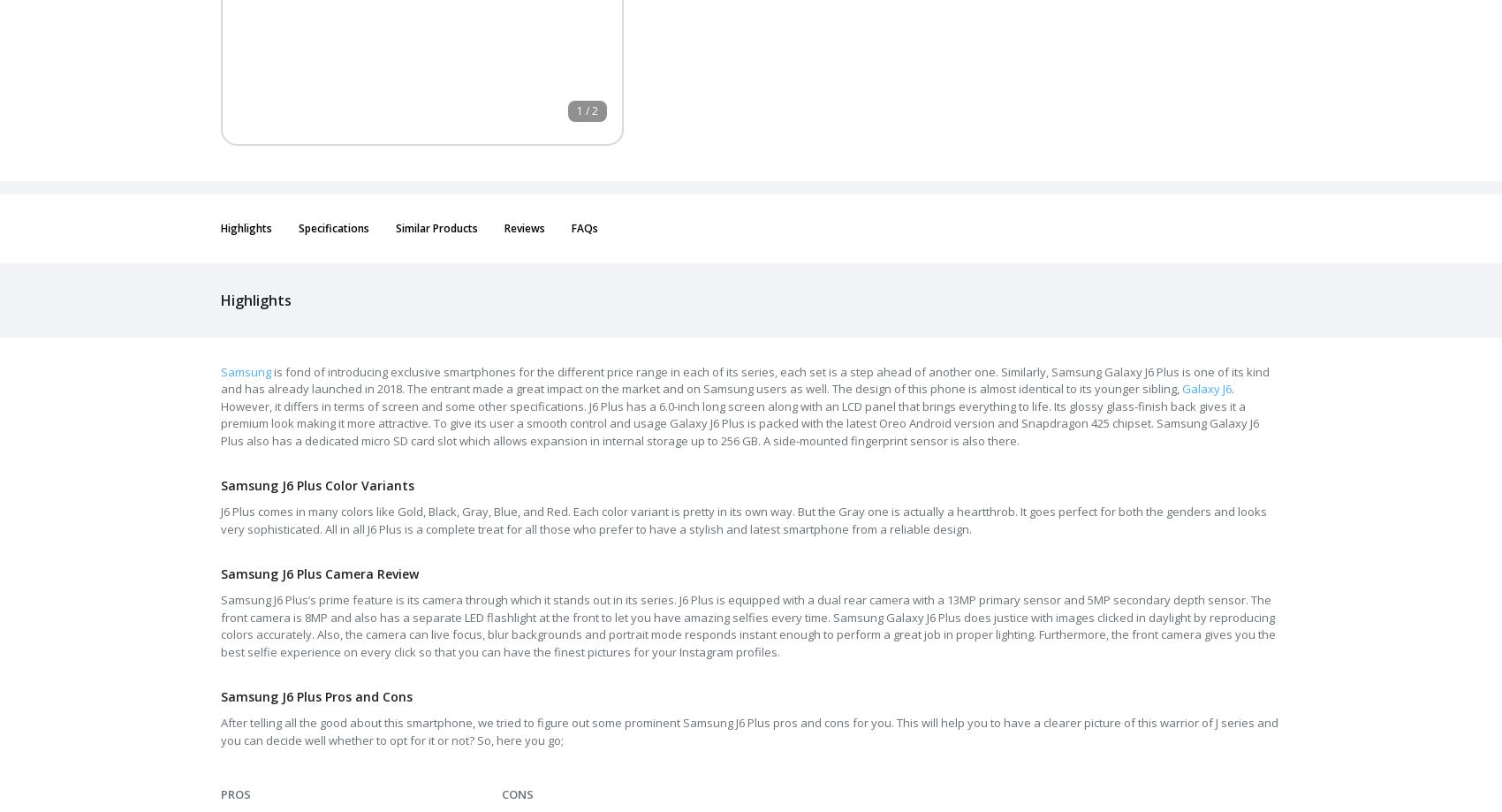  I want to click on 'Samsung J6 Plus’s prime feature is its camera through which it stands out in its series. J6 Plus is equipped with a dual rear camera with a 13MP primary sensor and 5MP secondary depth sensor. The front camera is 8MP and also has a separate LED flashlight at the front to let you have amazing selfies every time. Samsung Galaxy J6 Plus does justice with images clicked in daylight by reproducing colors accurately. Also, the camera can live focus, blur backgrounds and portrait mode responds instant enough to perform a great job in proper lighting. Furthermore, the front camera gives you the best selfie experience on every click so that you can have the finest pictures for your Instagram profiles.', so click(221, 624).